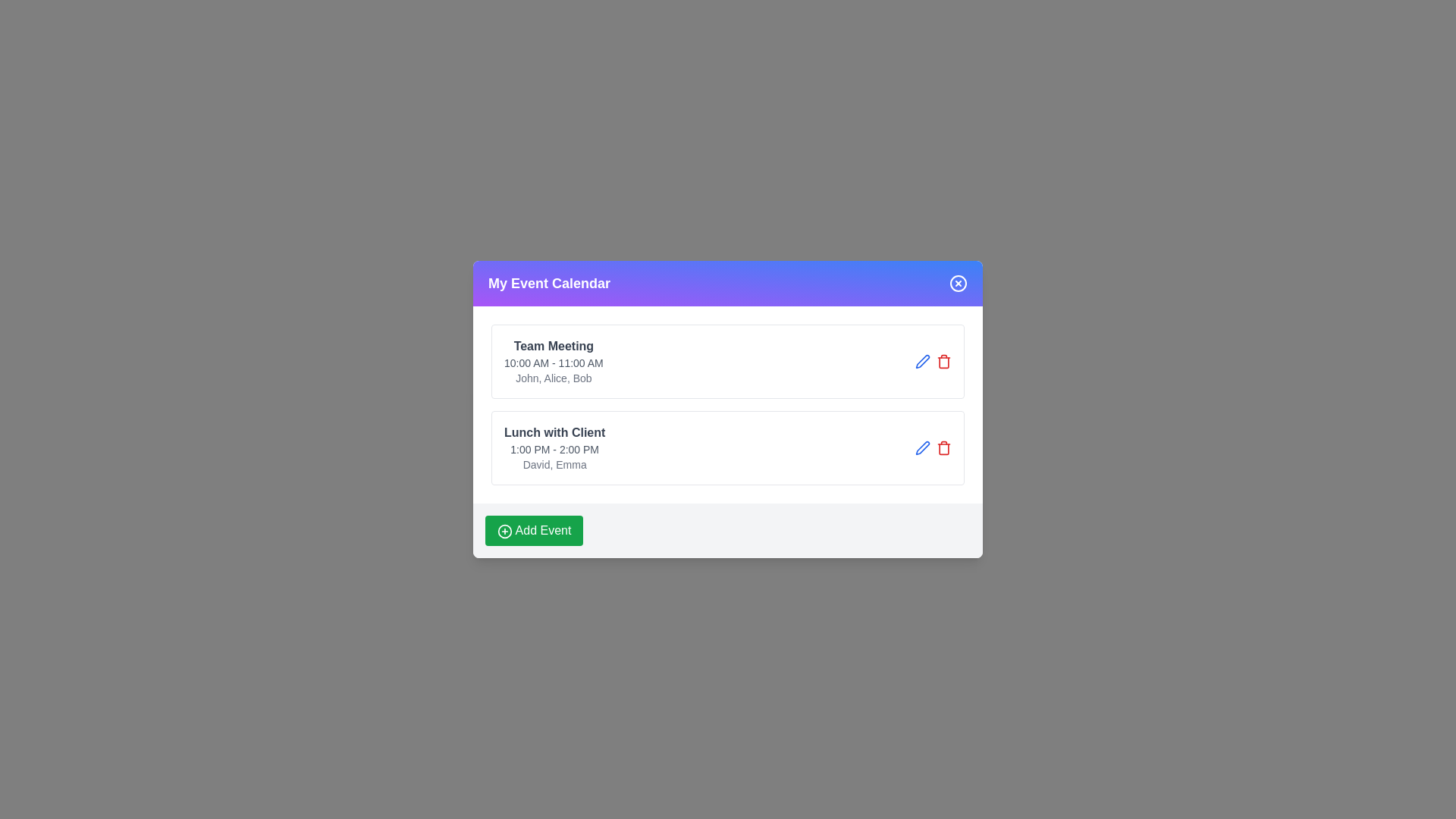 This screenshot has width=1456, height=819. Describe the element at coordinates (554, 464) in the screenshot. I see `the text label indicating the attendees of the 'Lunch with Client' event, located below the time range '1:00 PM - 2:00 PM' in the calendar interface` at that location.